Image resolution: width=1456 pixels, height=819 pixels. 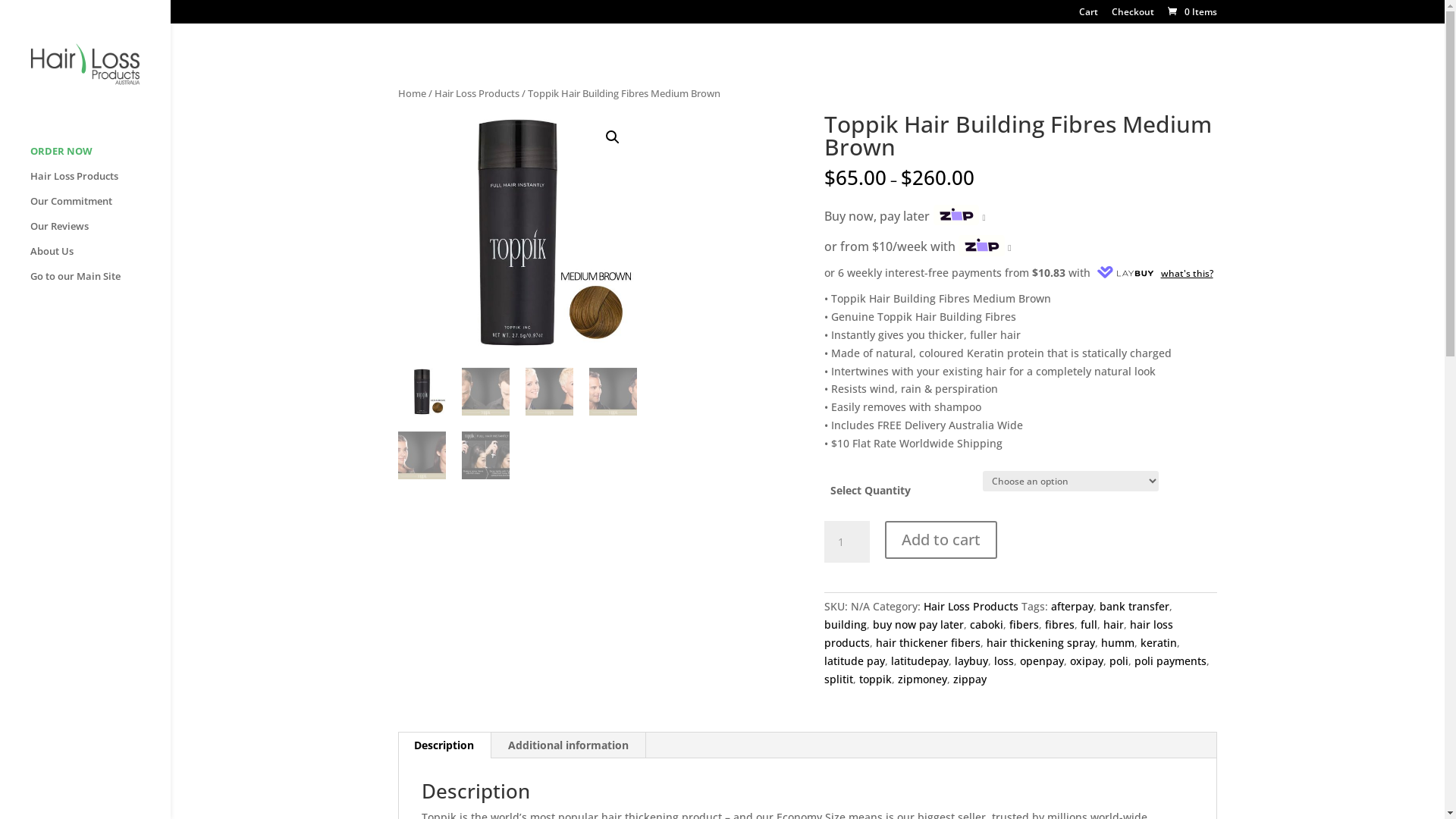 What do you see at coordinates (30, 257) in the screenshot?
I see `'About Us'` at bounding box center [30, 257].